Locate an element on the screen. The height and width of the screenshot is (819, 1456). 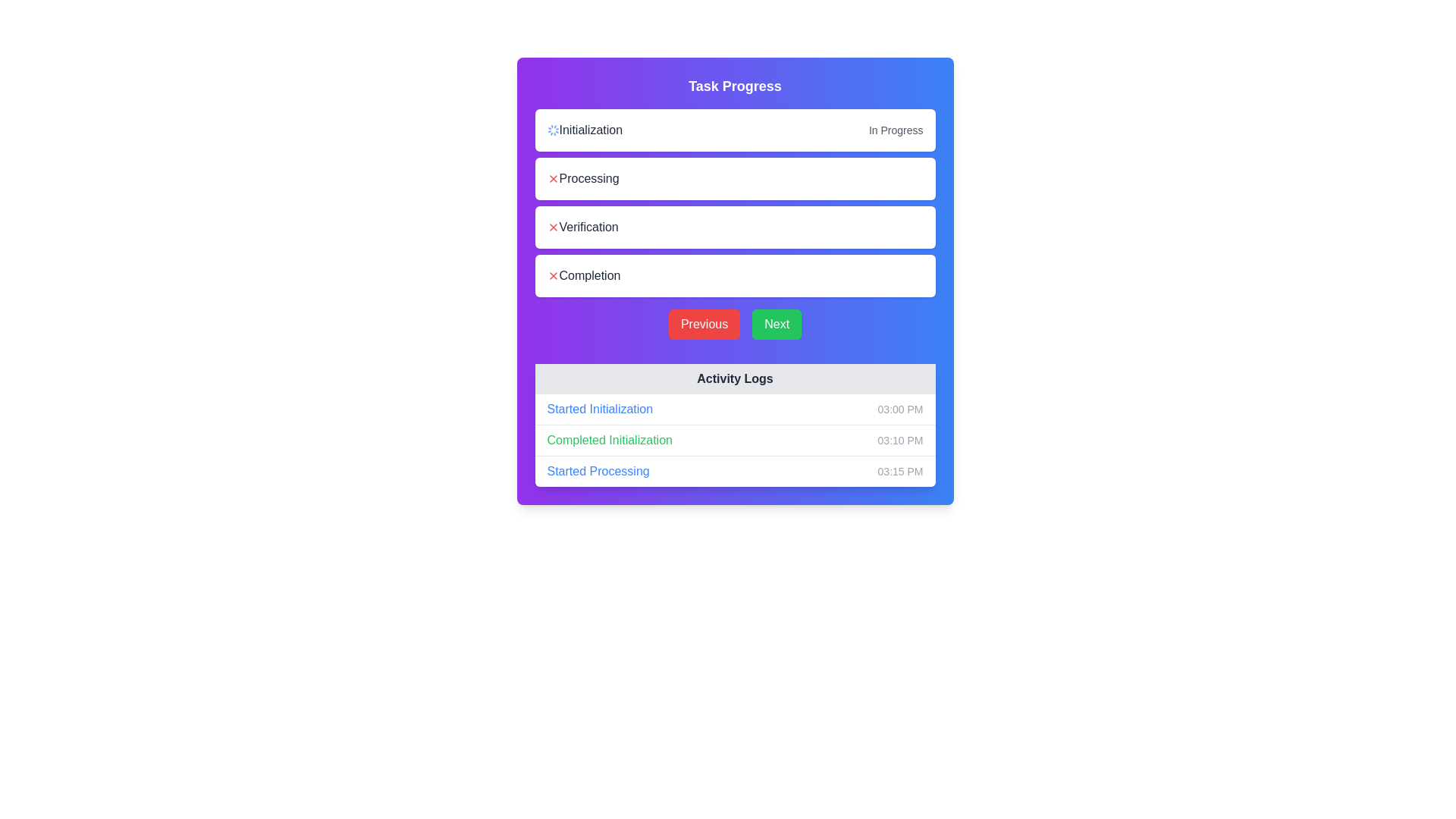
the first button from the left that allows users is located at coordinates (704, 324).